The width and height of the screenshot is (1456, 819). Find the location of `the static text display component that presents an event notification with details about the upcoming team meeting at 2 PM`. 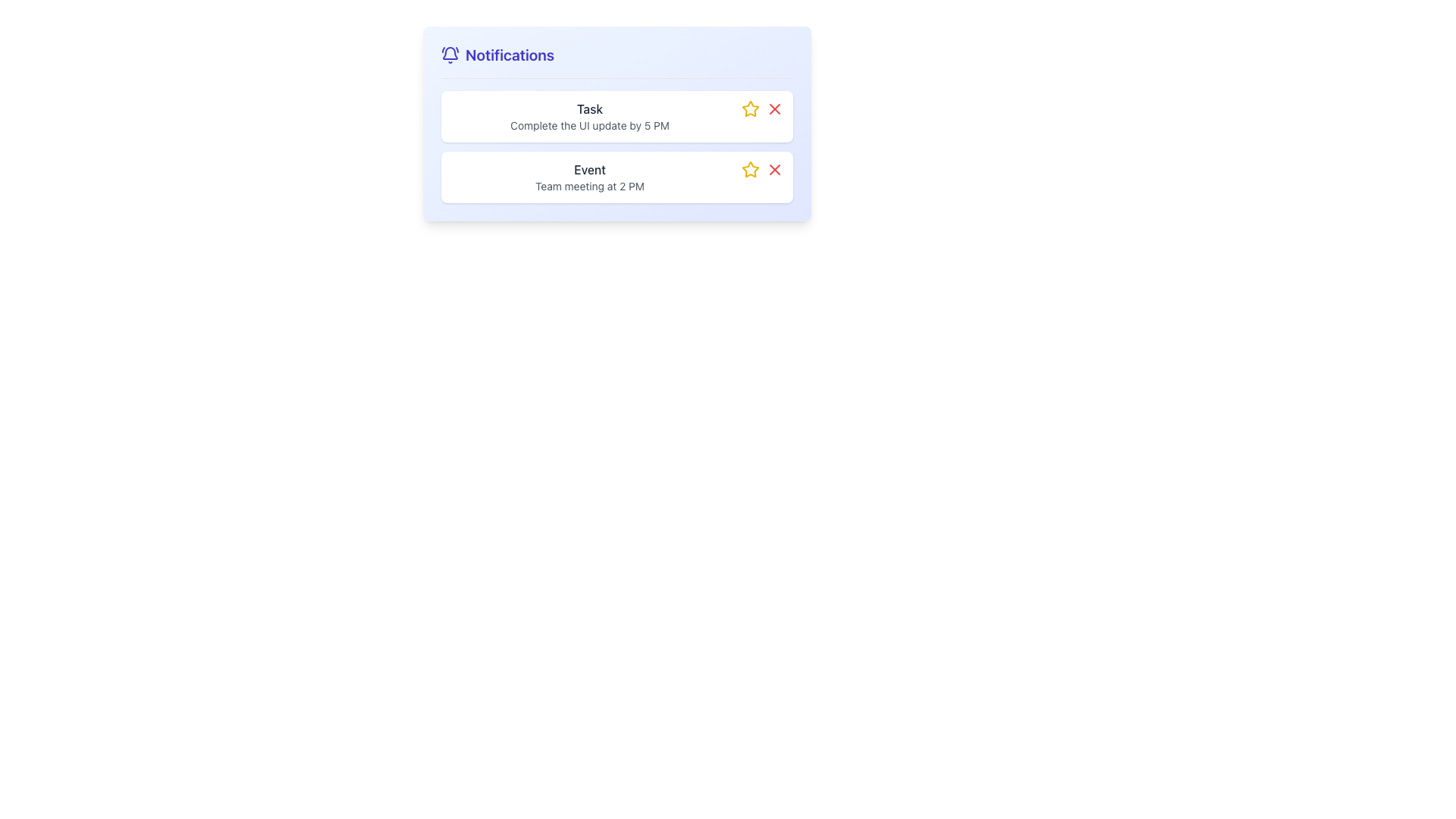

the static text display component that presents an event notification with details about the upcoming team meeting at 2 PM is located at coordinates (588, 177).